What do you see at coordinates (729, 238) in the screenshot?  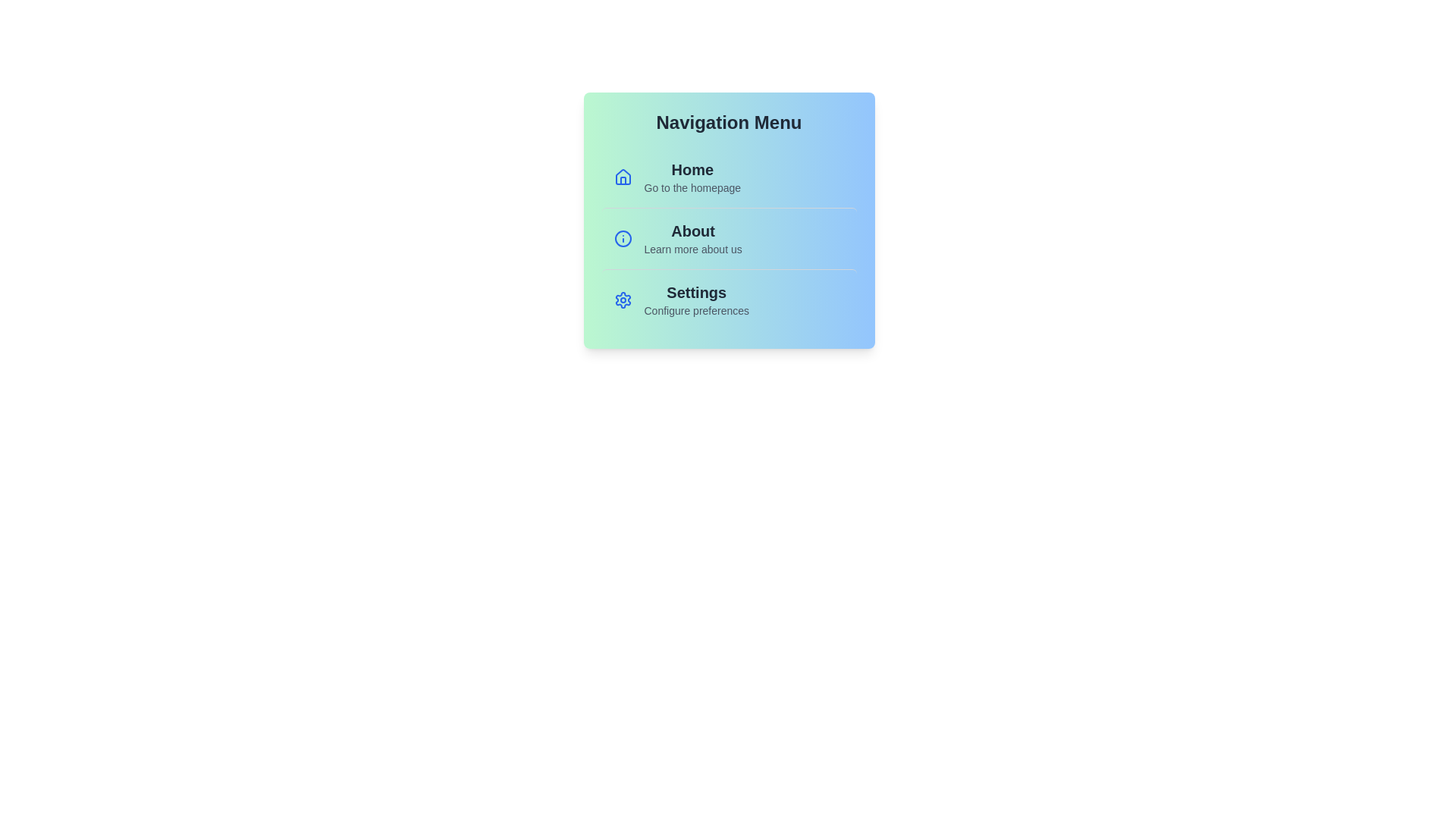 I see `the menu item labeled About to navigate to its corresponding page` at bounding box center [729, 238].